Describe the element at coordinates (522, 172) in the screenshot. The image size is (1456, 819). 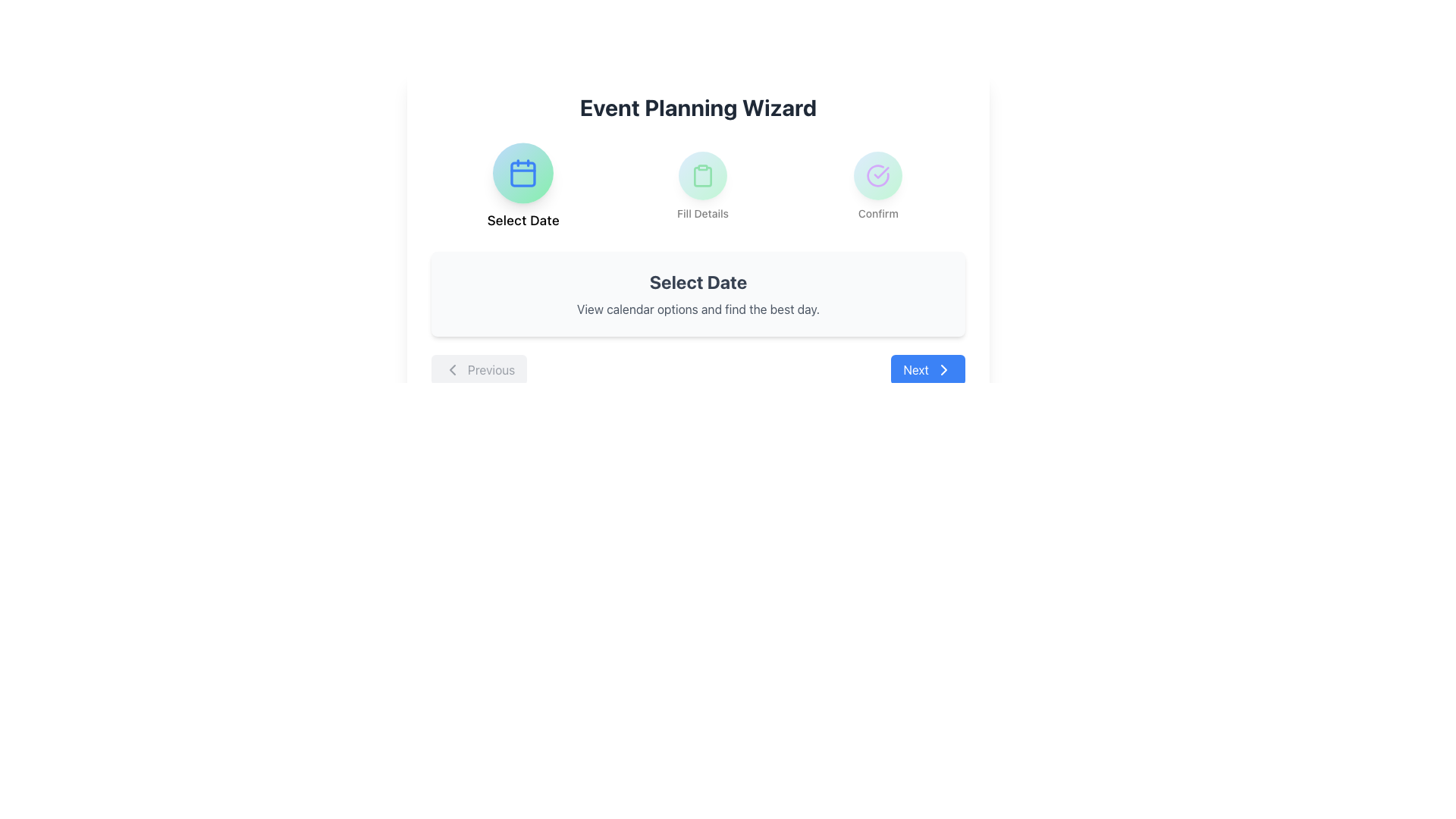
I see `the 'Select Date' icon located on the leftmost side of the horizontal row of icons under the header 'Event Planning Wizard'` at that location.